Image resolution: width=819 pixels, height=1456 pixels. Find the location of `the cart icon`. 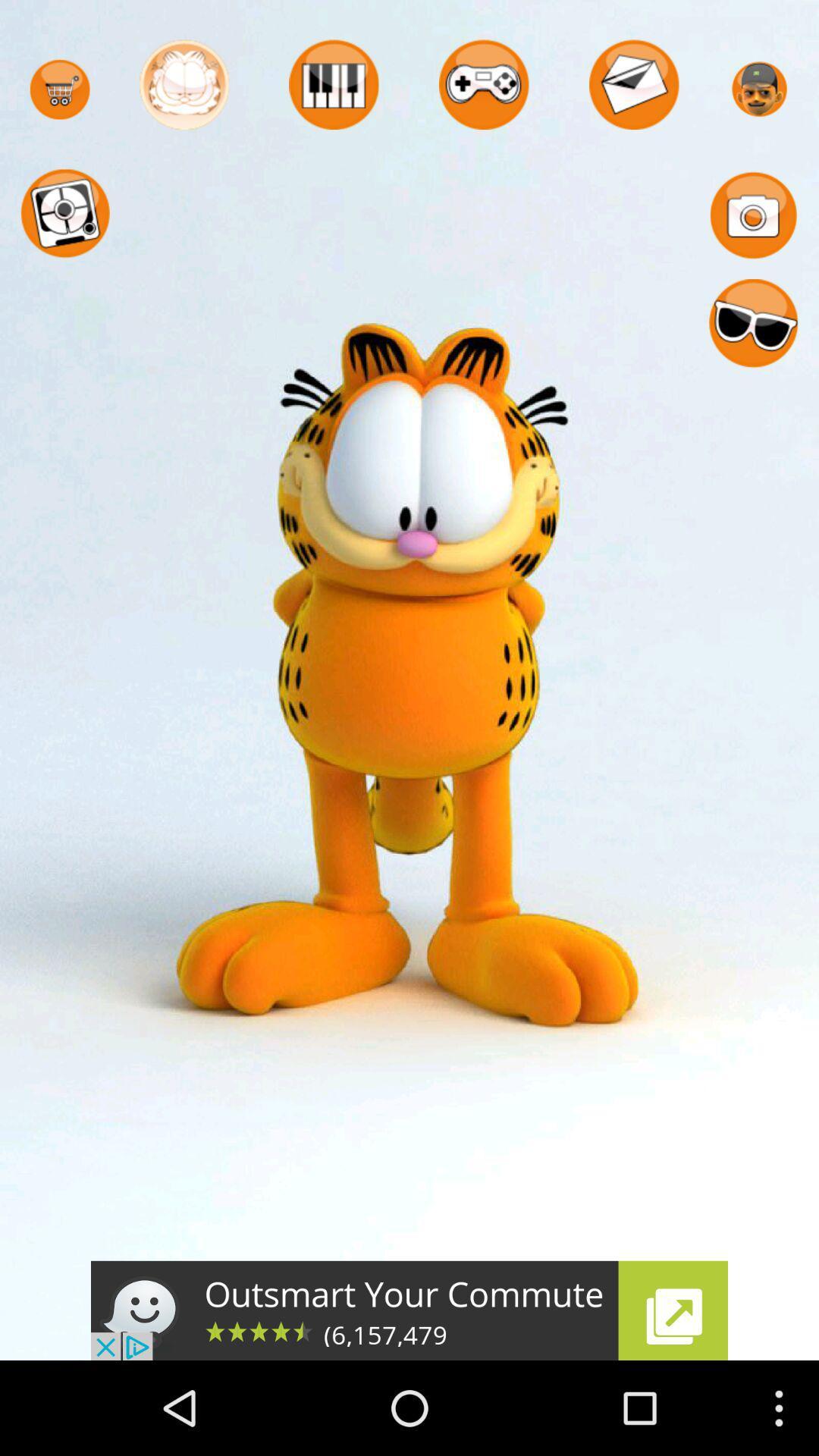

the cart icon is located at coordinates (59, 95).